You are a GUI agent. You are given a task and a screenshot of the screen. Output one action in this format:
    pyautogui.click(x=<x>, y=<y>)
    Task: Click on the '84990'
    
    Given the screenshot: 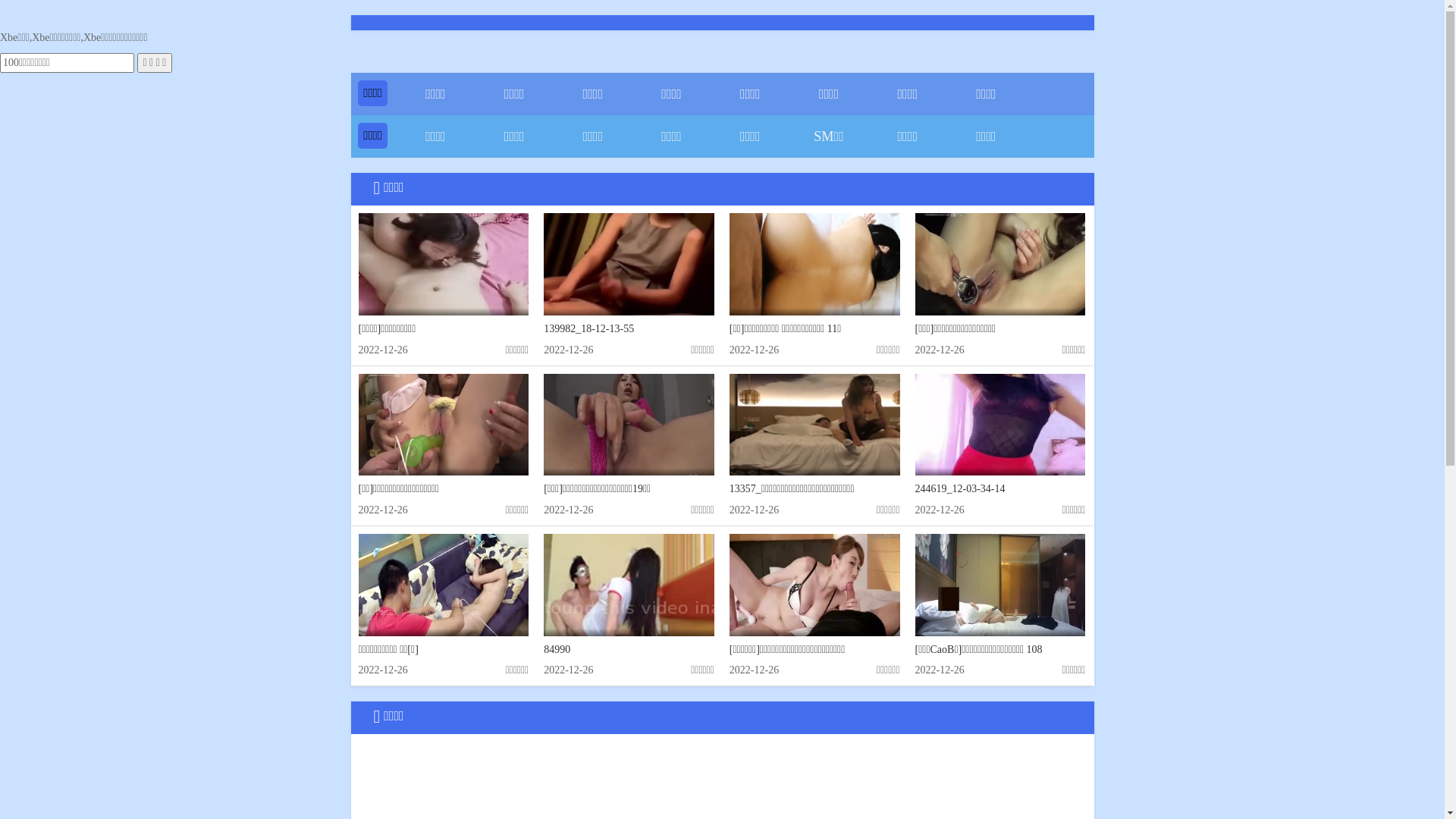 What is the action you would take?
    pyautogui.click(x=556, y=648)
    